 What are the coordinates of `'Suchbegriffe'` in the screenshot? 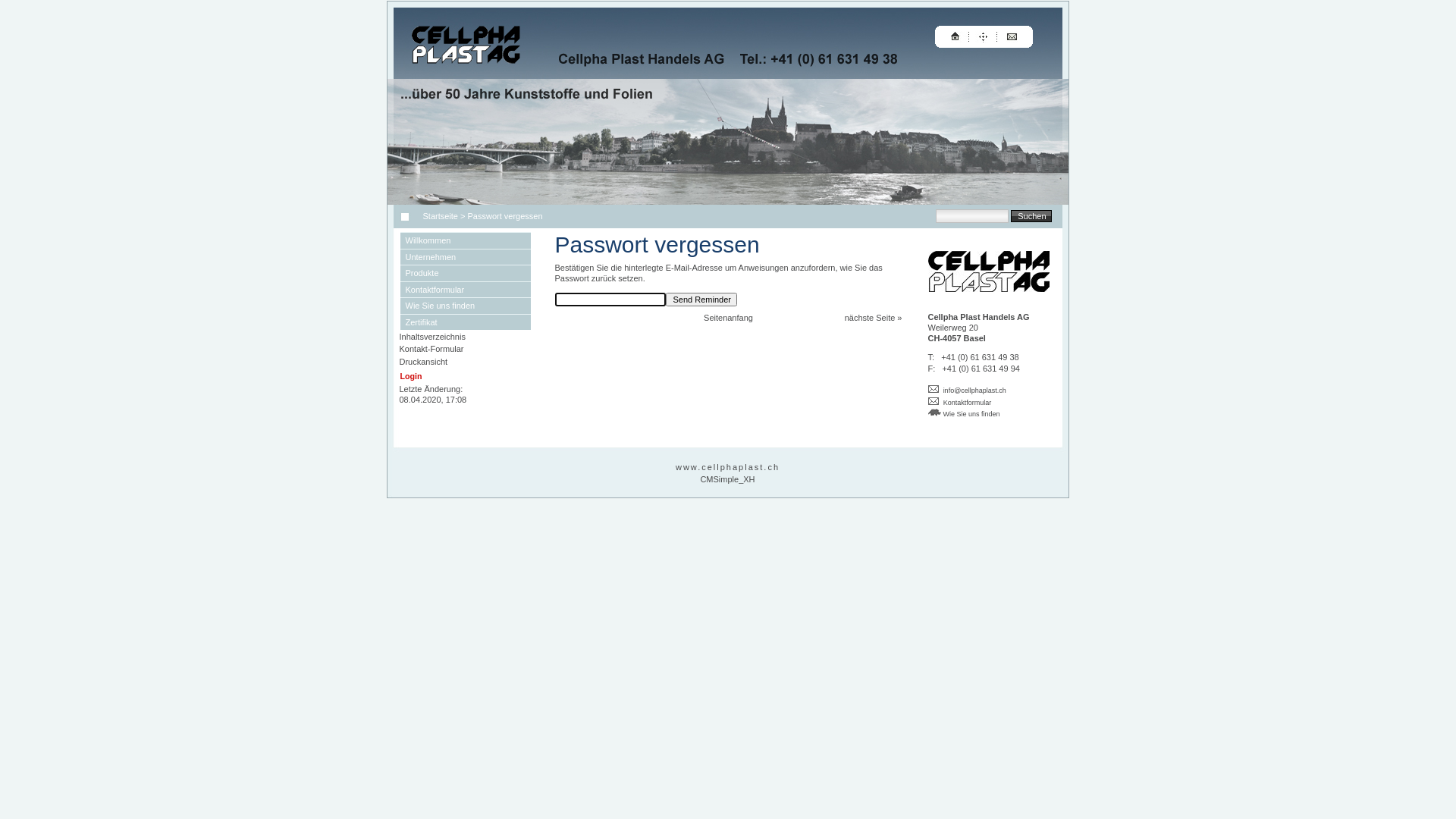 It's located at (971, 216).